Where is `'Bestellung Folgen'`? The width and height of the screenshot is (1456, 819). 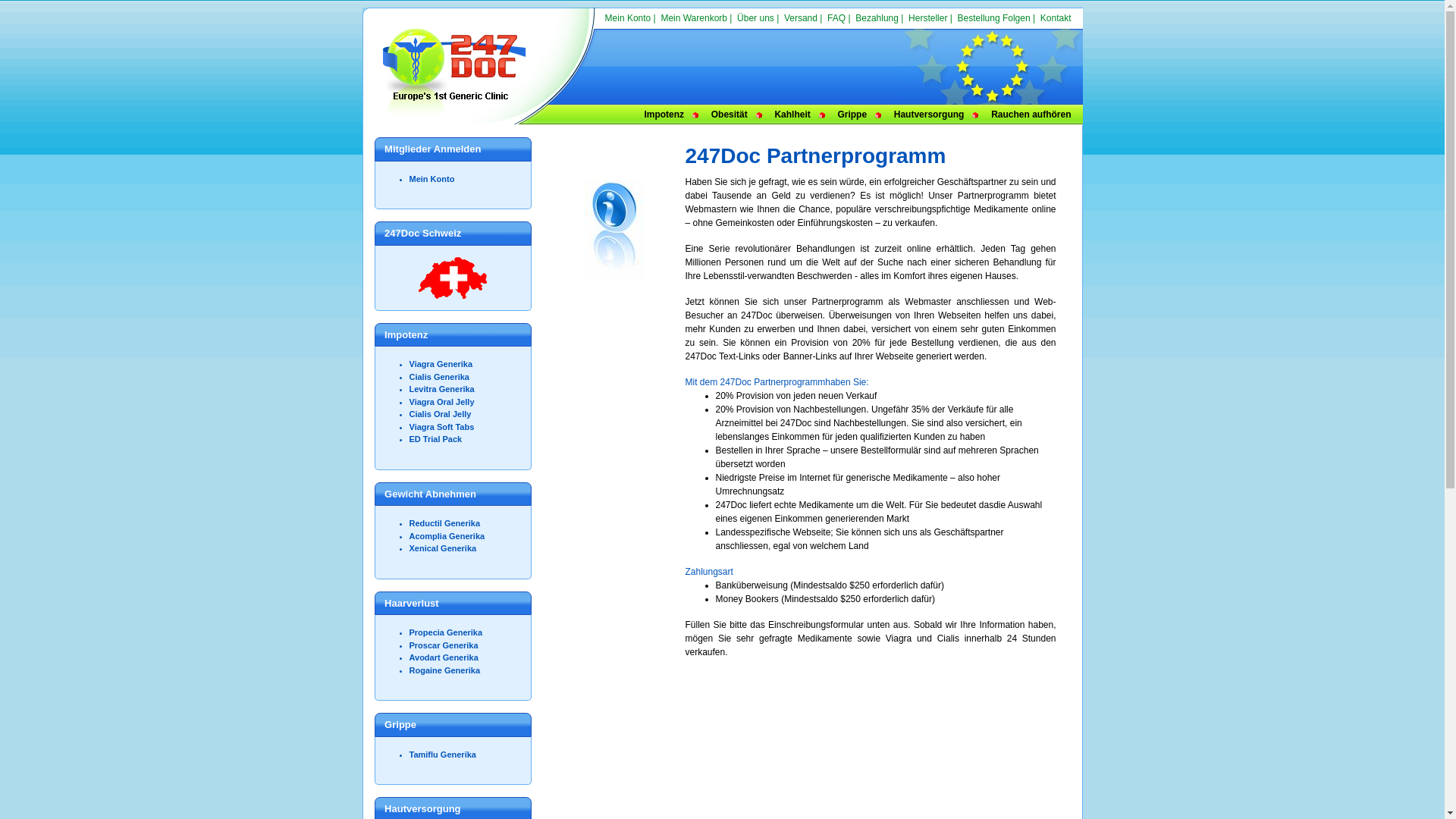
'Bestellung Folgen' is located at coordinates (993, 17).